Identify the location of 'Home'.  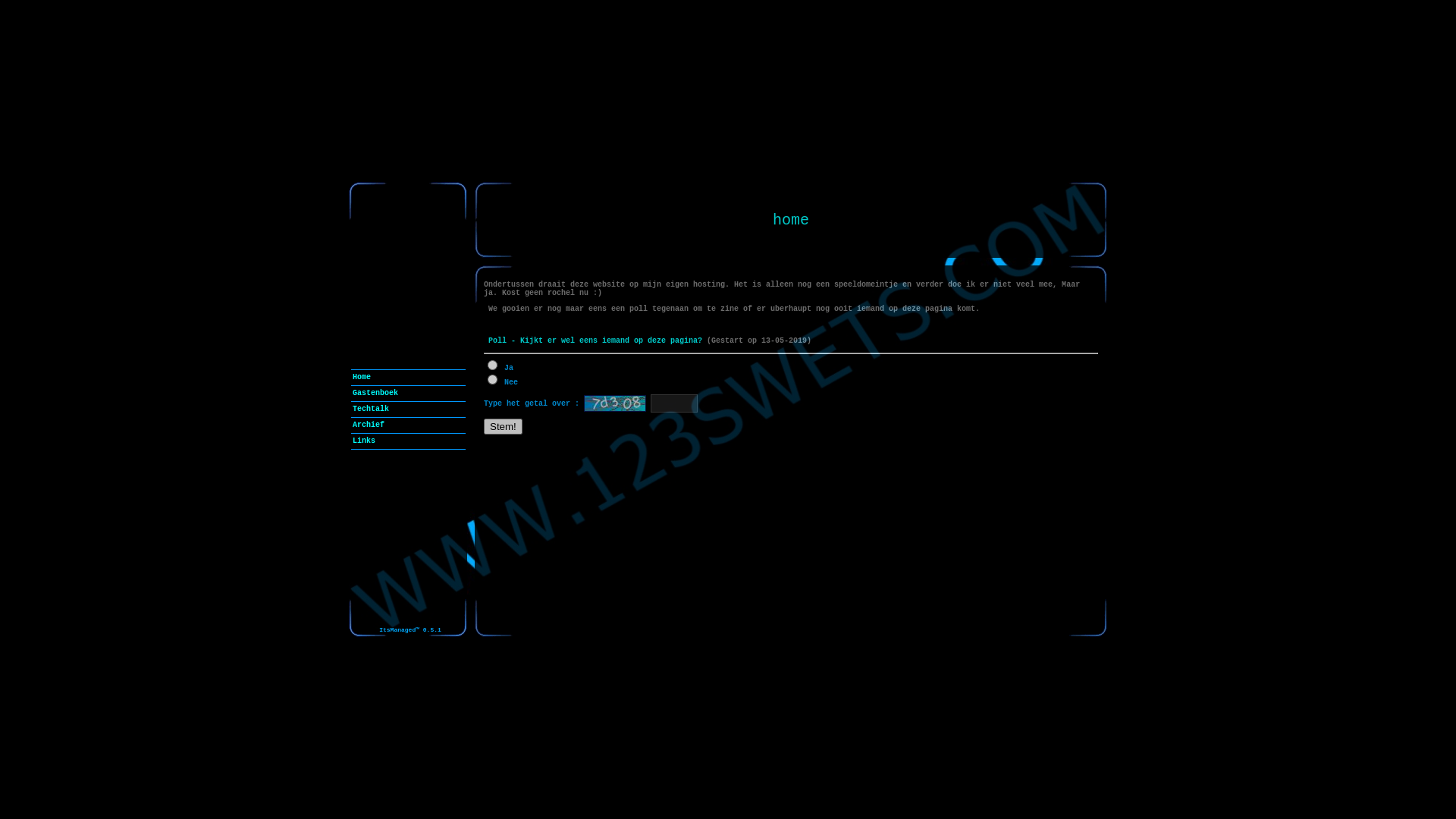
(408, 376).